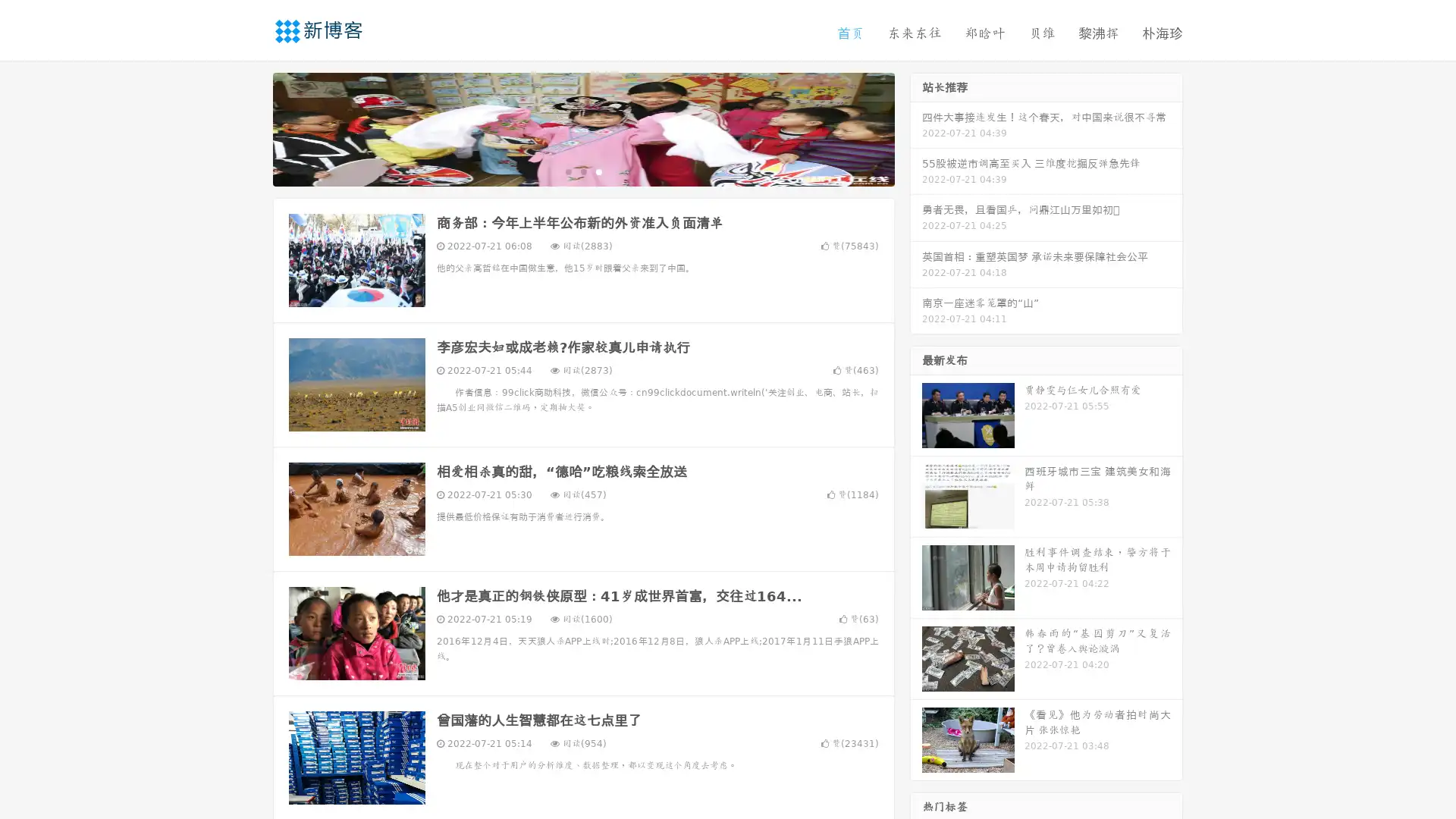 This screenshot has width=1456, height=819. What do you see at coordinates (916, 127) in the screenshot?
I see `Next slide` at bounding box center [916, 127].